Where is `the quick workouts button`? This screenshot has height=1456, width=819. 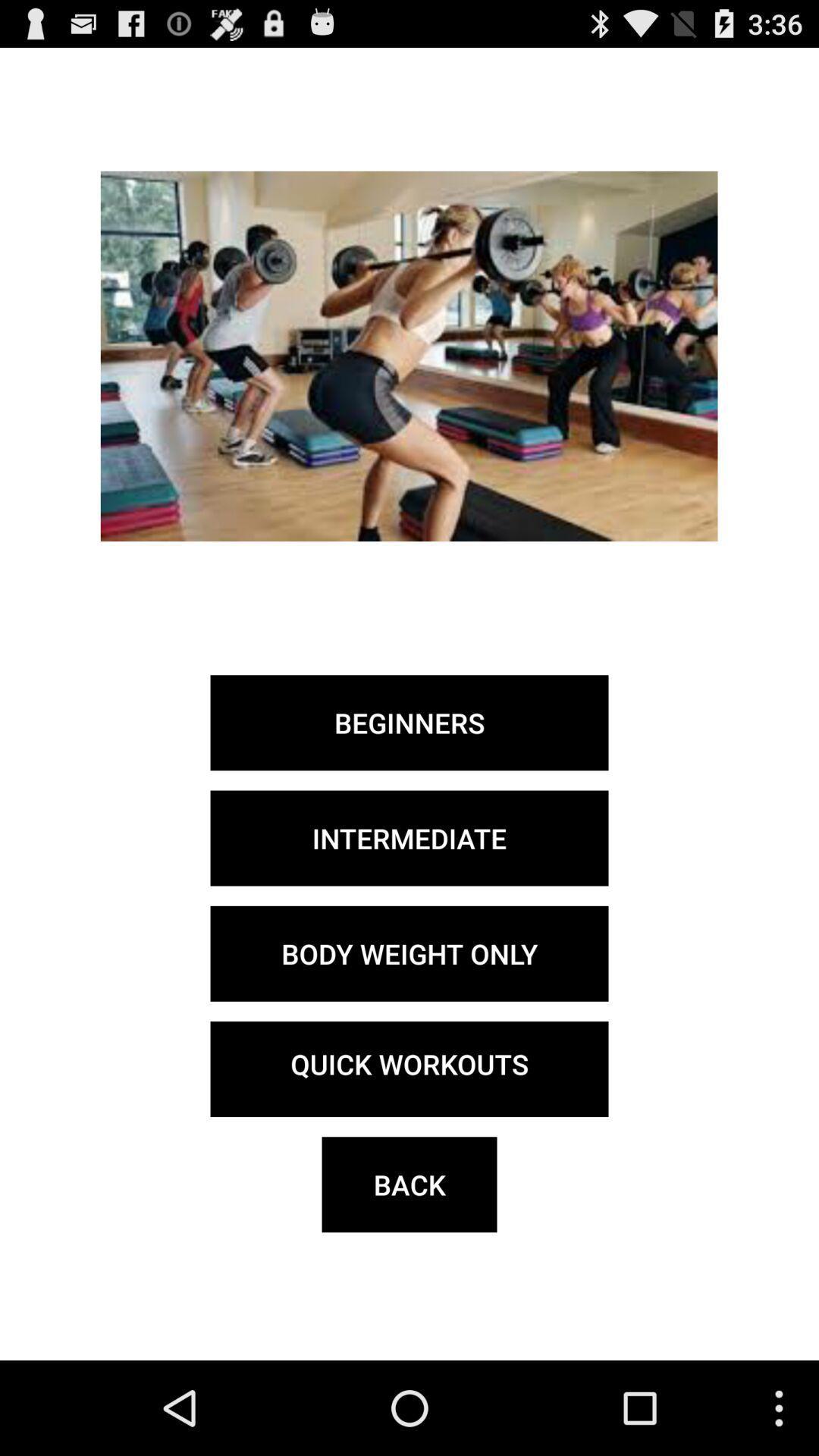 the quick workouts button is located at coordinates (409, 1068).